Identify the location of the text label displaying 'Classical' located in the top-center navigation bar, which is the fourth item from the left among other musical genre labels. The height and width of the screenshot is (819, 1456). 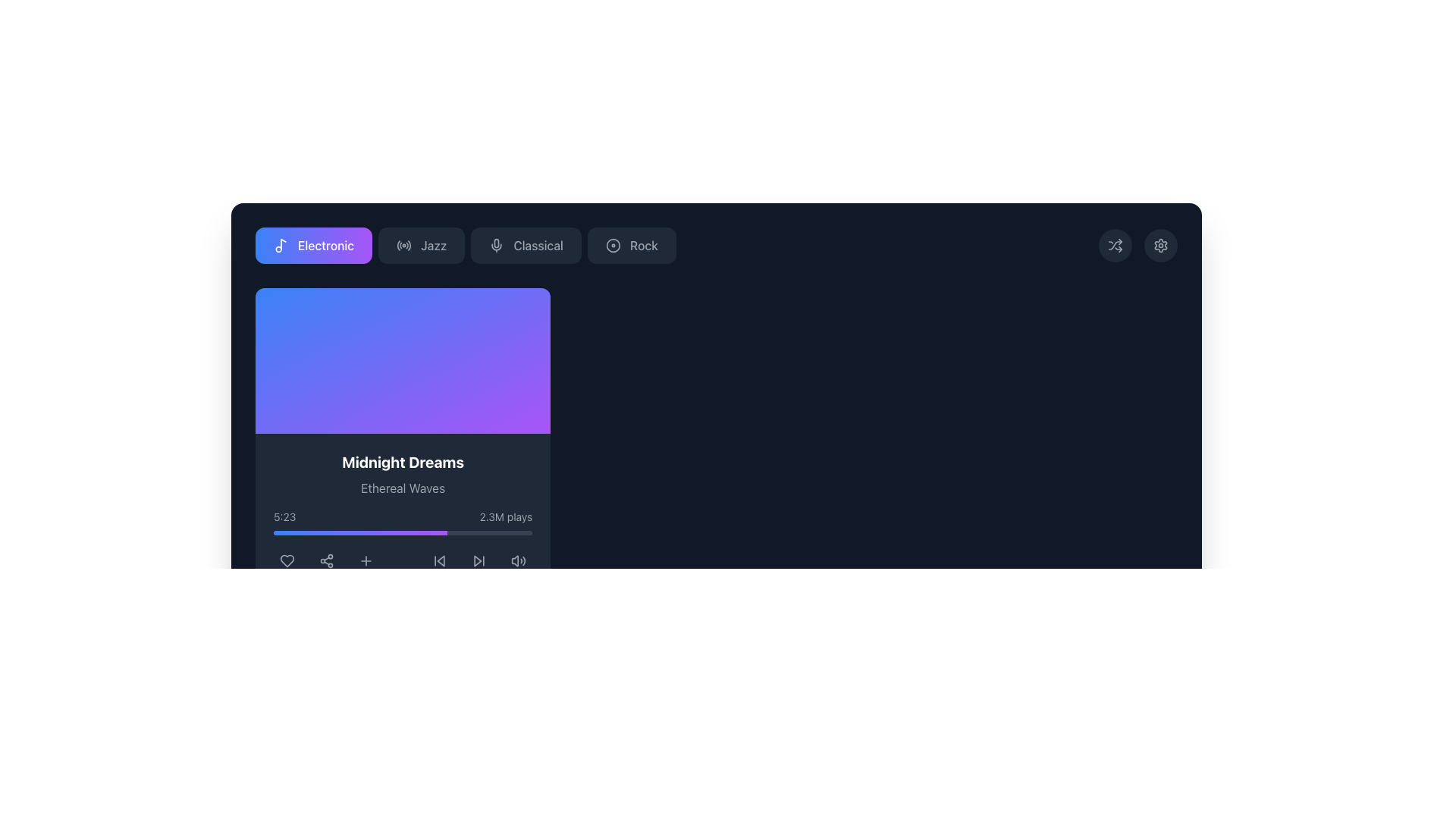
(538, 245).